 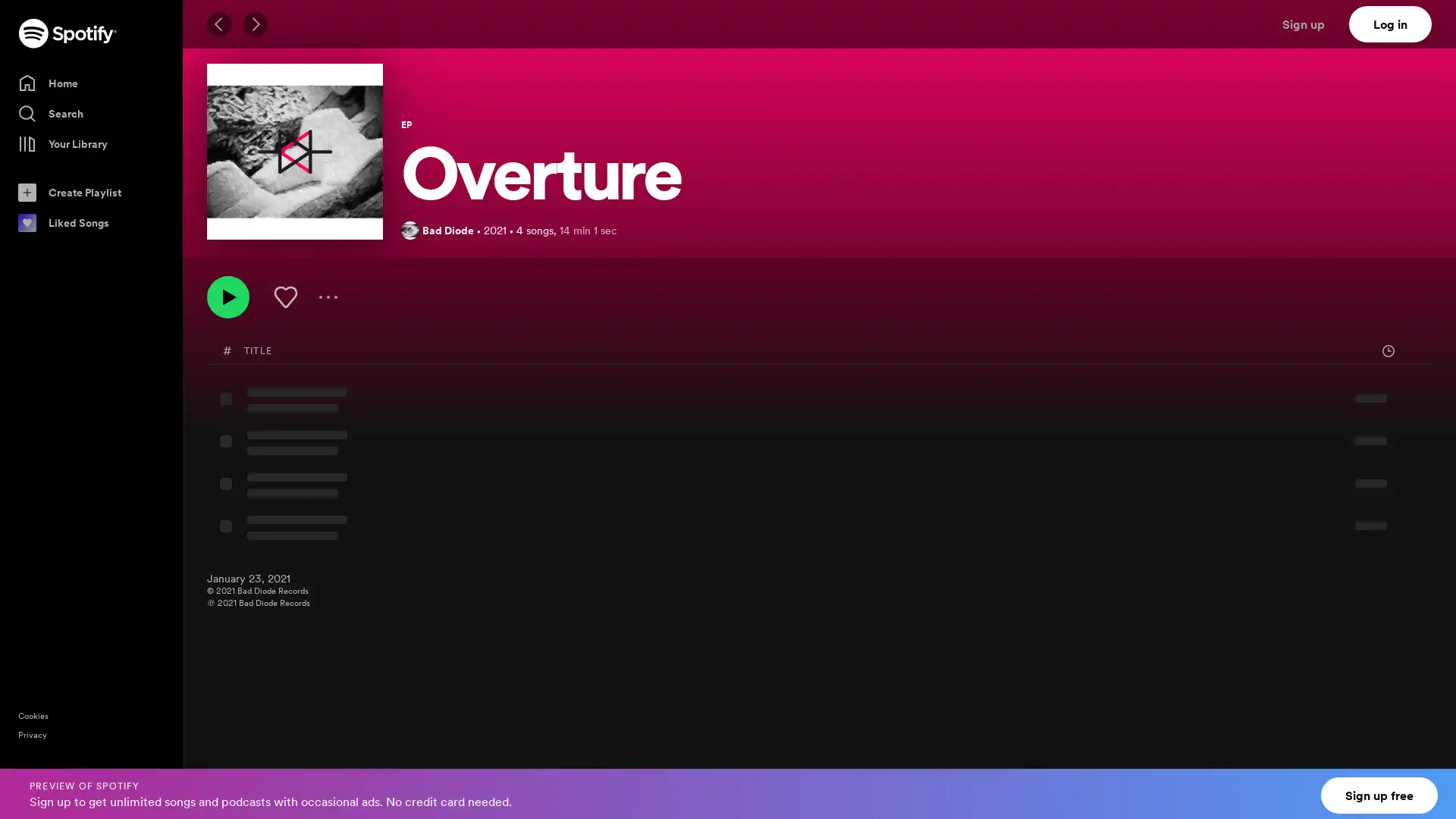 What do you see at coordinates (1379, 795) in the screenshot?
I see `Sign up free` at bounding box center [1379, 795].